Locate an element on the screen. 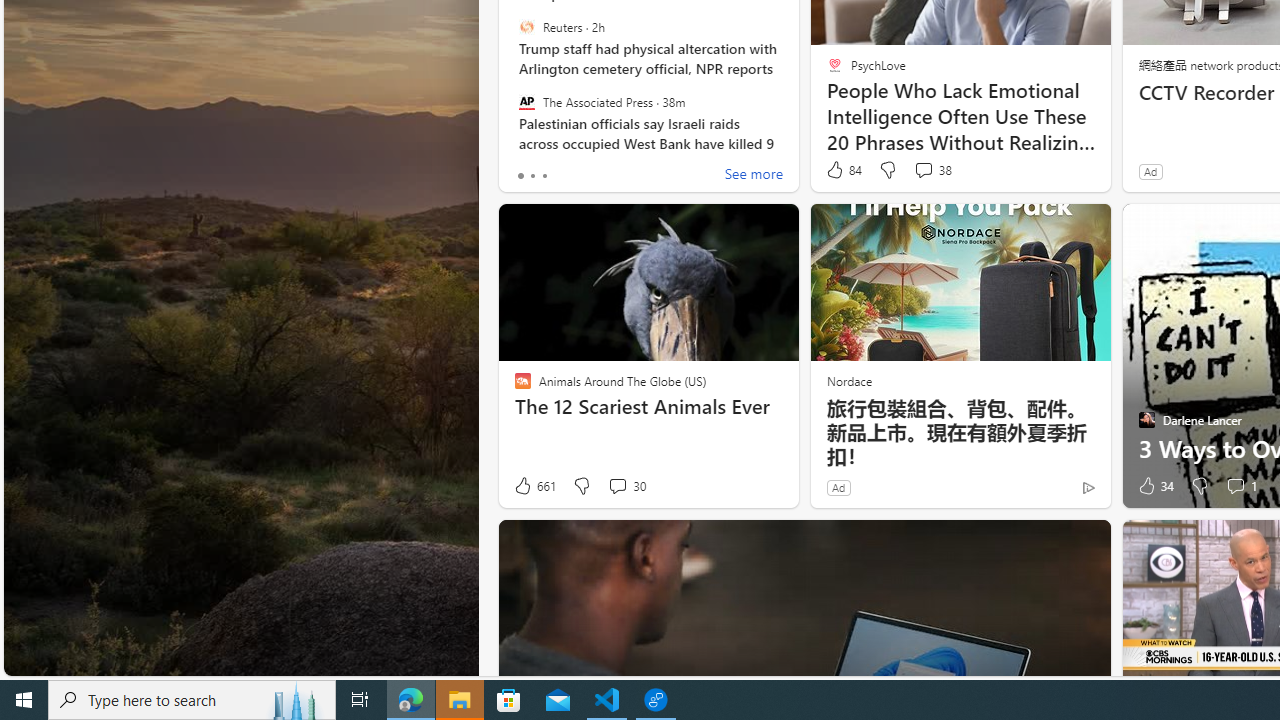 The image size is (1280, 720). 'View comments 30 Comment' is located at coordinates (625, 486).